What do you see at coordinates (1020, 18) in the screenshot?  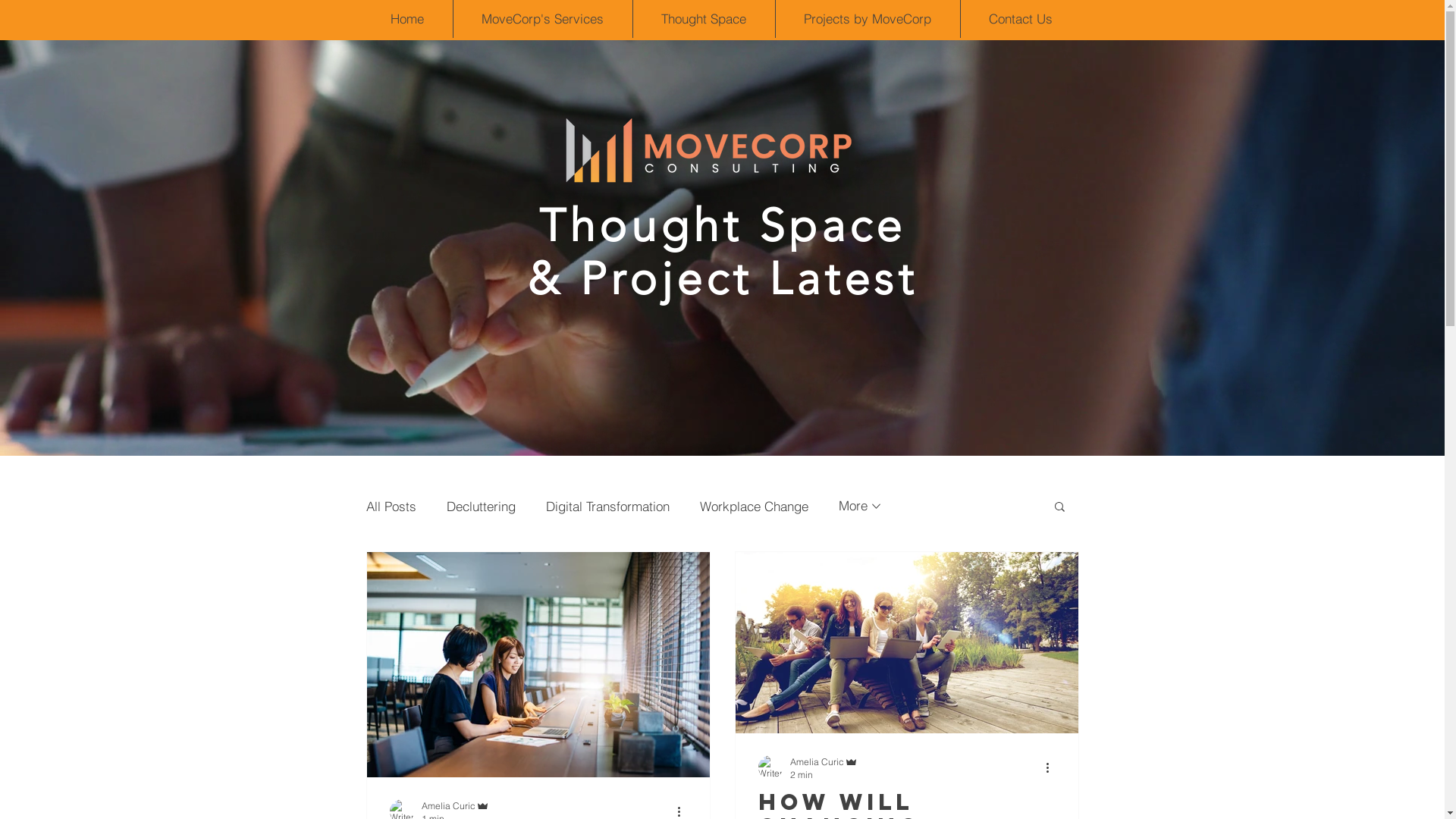 I see `'Contact Us'` at bounding box center [1020, 18].